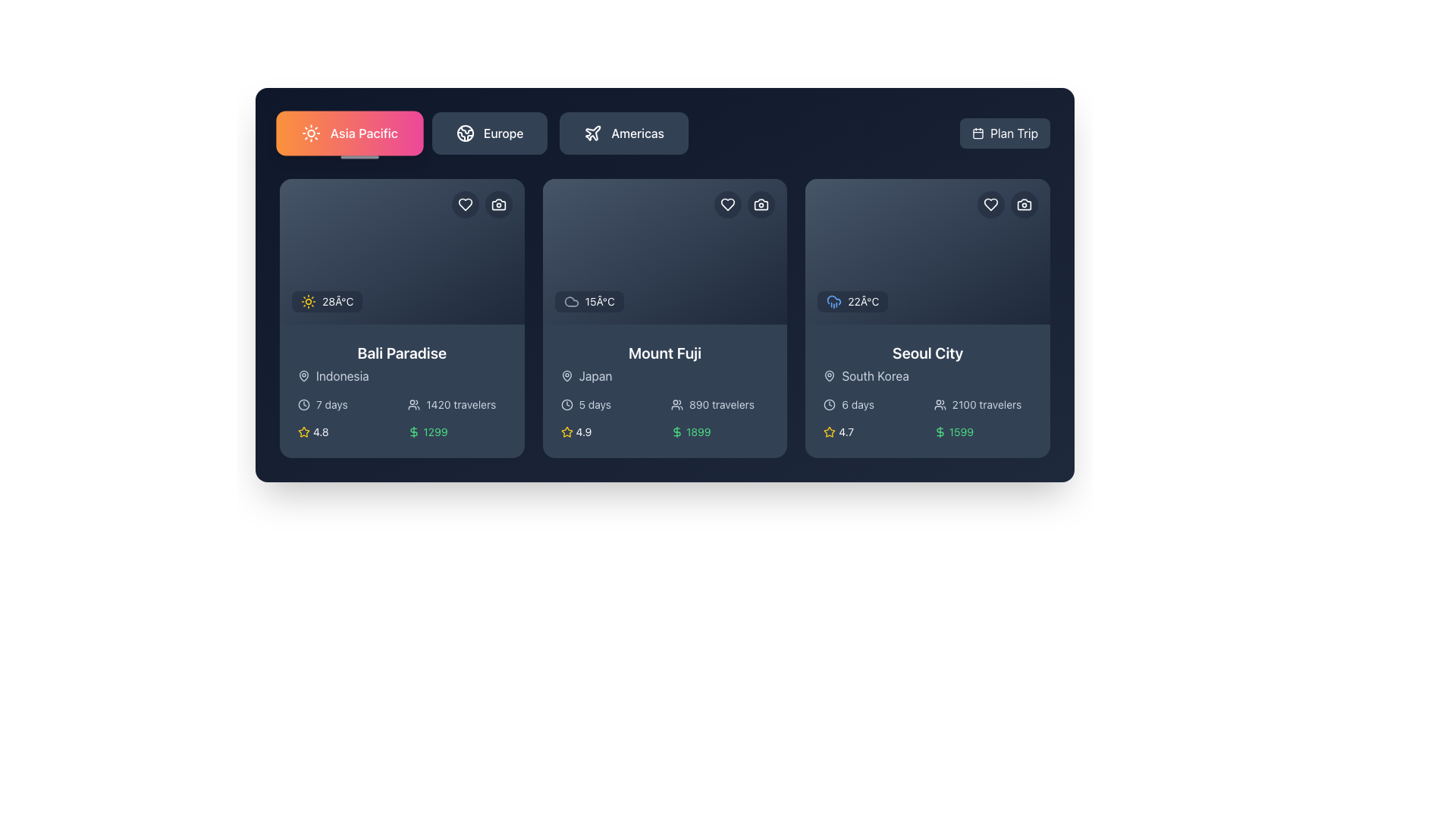  What do you see at coordinates (402, 363) in the screenshot?
I see `text from the first information block about a specific travel destination, located below the 'Asia Pacific' tab in the leftmost column of the grid layout` at bounding box center [402, 363].